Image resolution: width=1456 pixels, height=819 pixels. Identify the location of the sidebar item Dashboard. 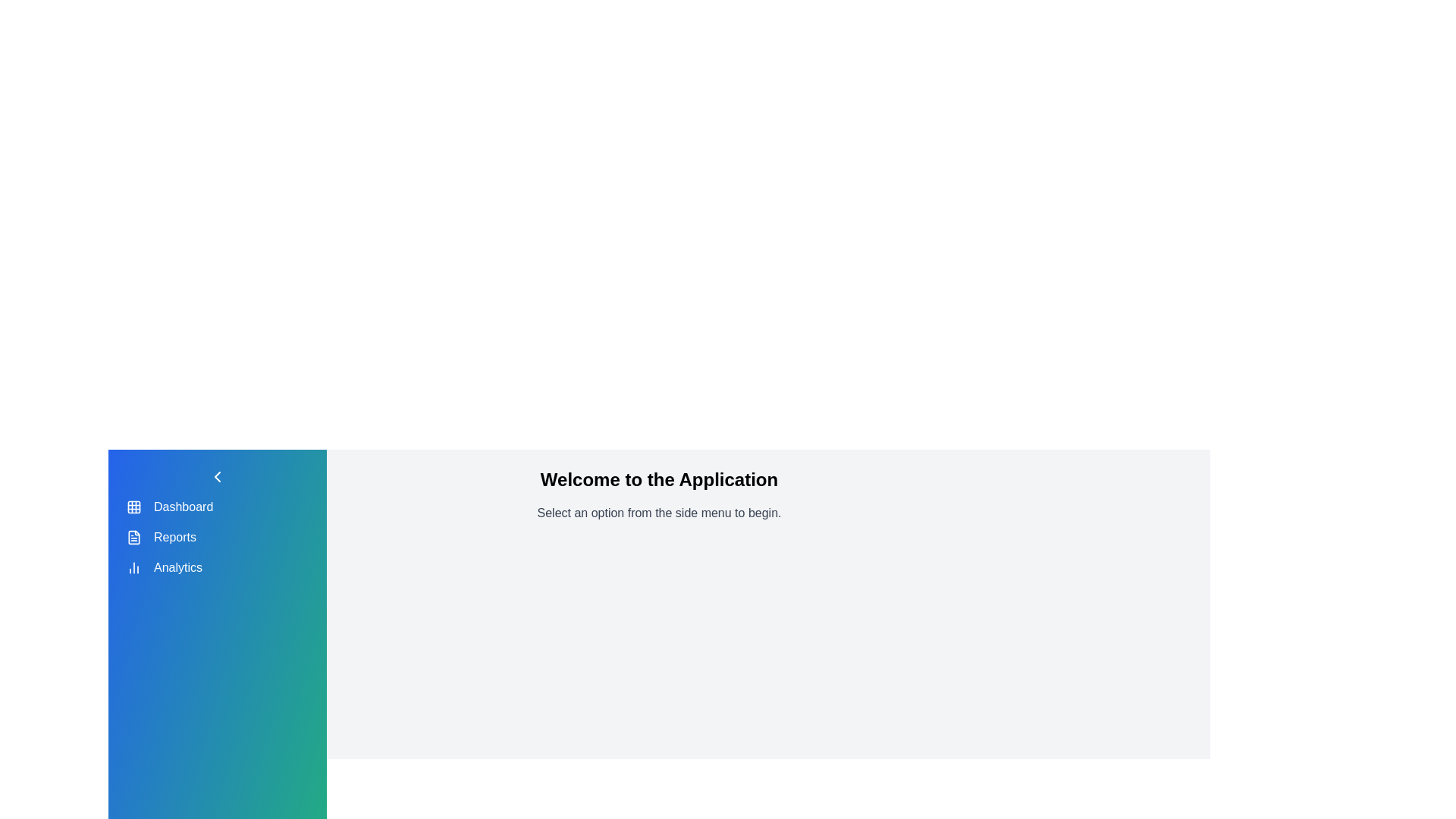
(134, 507).